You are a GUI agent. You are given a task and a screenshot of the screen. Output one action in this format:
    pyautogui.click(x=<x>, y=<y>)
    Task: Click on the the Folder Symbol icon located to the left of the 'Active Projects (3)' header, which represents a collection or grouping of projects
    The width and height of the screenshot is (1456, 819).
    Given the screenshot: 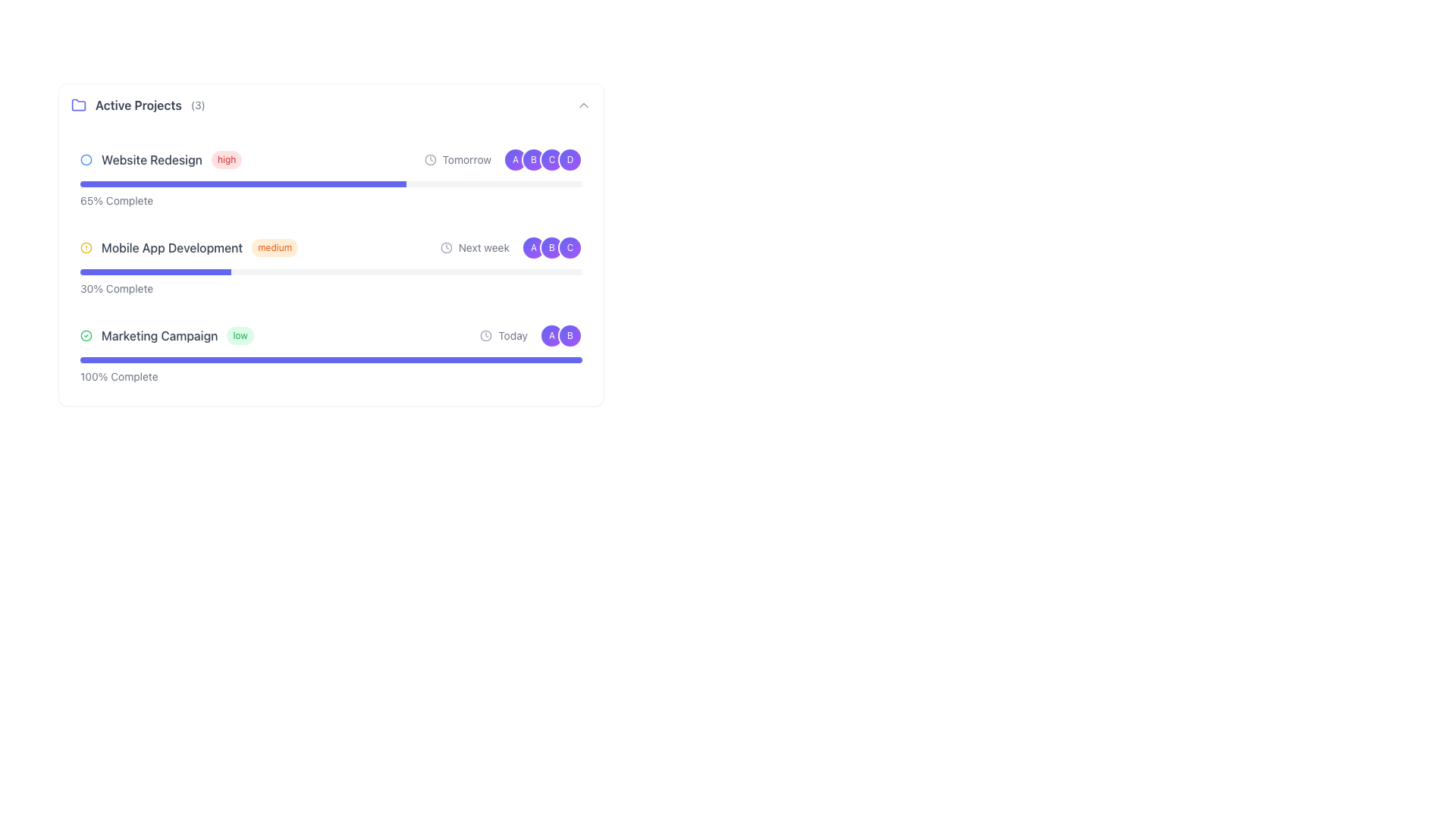 What is the action you would take?
    pyautogui.click(x=78, y=104)
    